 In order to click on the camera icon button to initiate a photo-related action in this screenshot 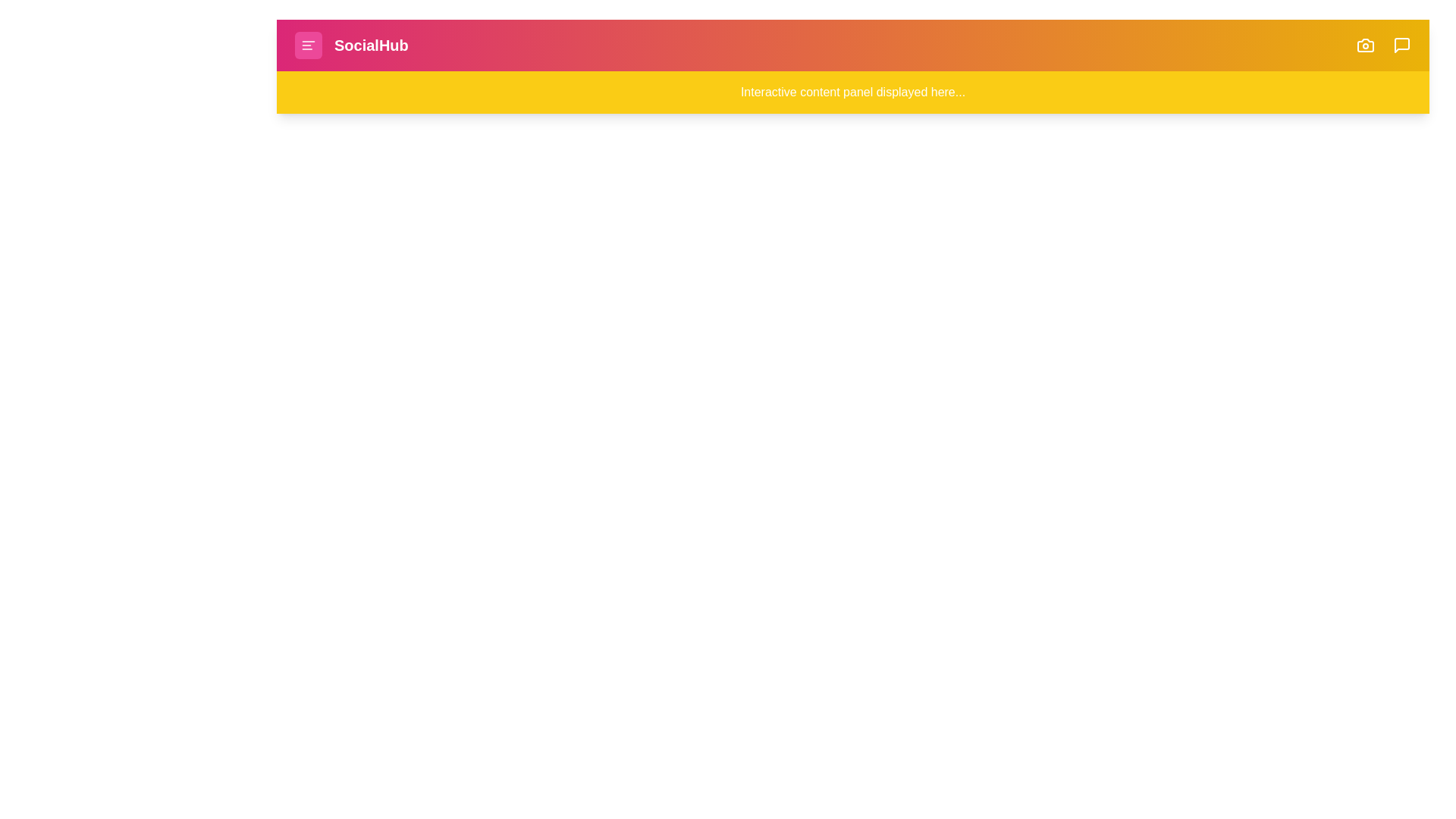, I will do `click(1365, 45)`.